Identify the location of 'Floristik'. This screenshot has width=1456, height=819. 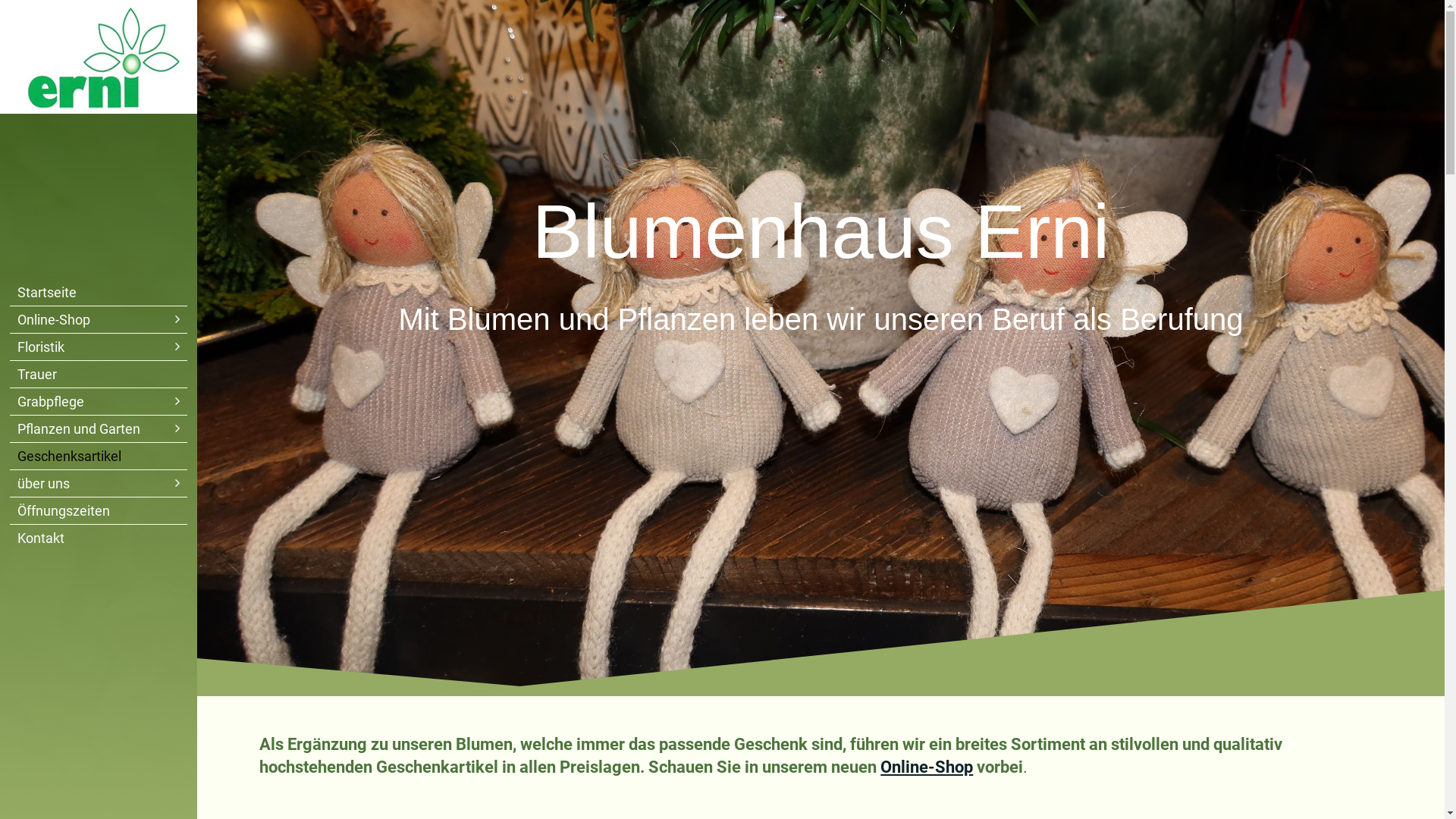
(97, 347).